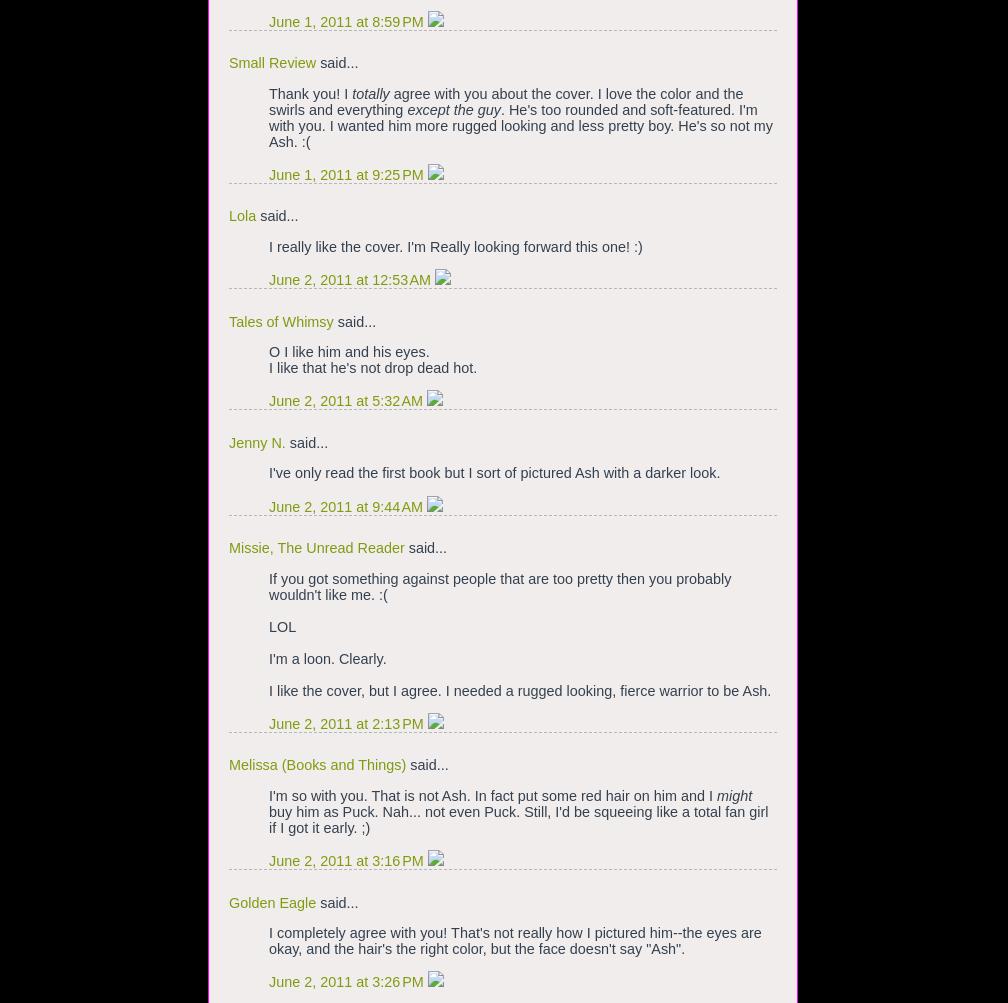 The width and height of the screenshot is (1008, 1003). Describe the element at coordinates (455, 246) in the screenshot. I see `'I really like the cover. I'm Really looking forward this one! :)'` at that location.